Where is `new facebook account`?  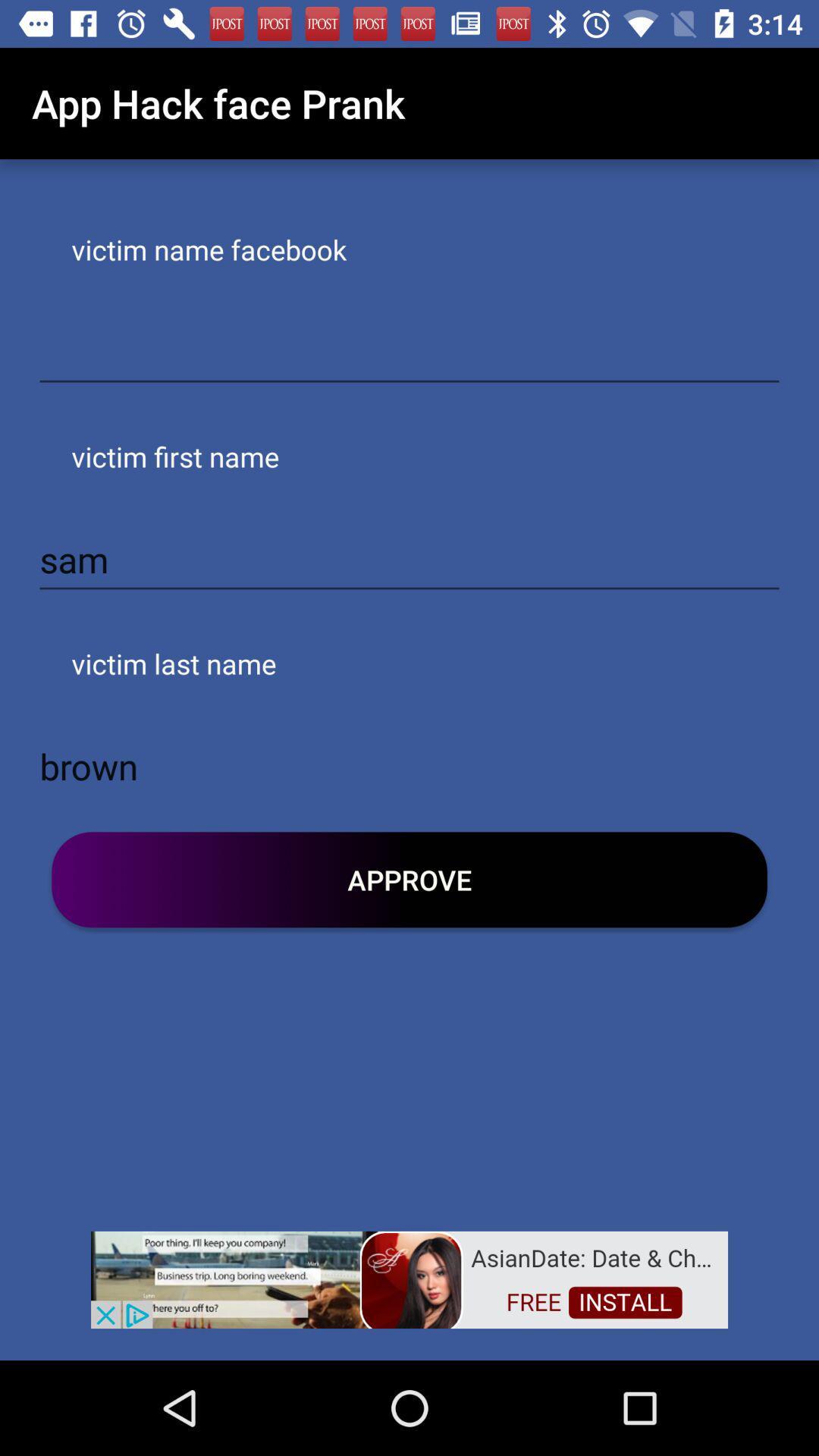 new facebook account is located at coordinates (409, 352).